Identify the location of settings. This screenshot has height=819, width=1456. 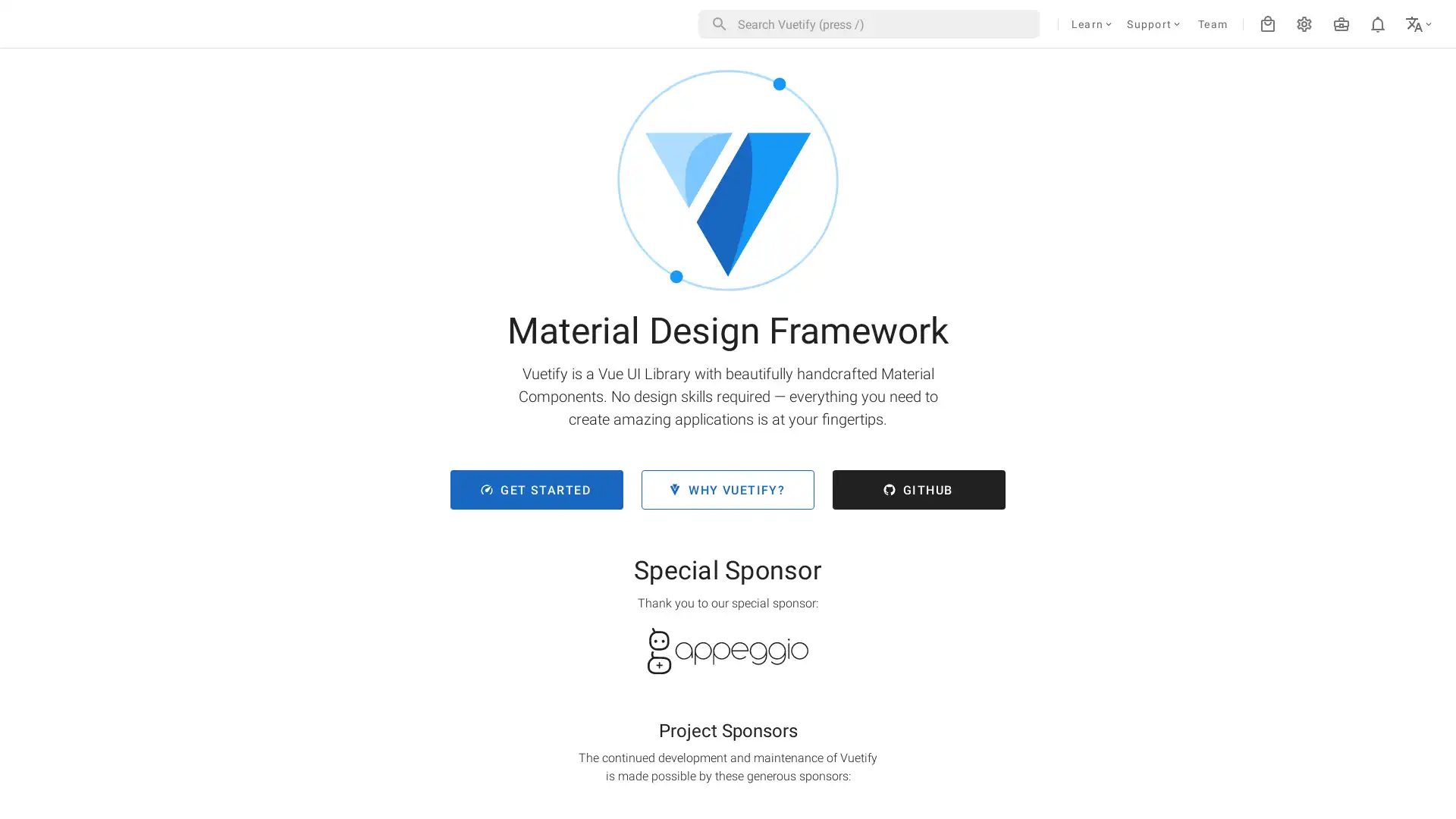
(1303, 24).